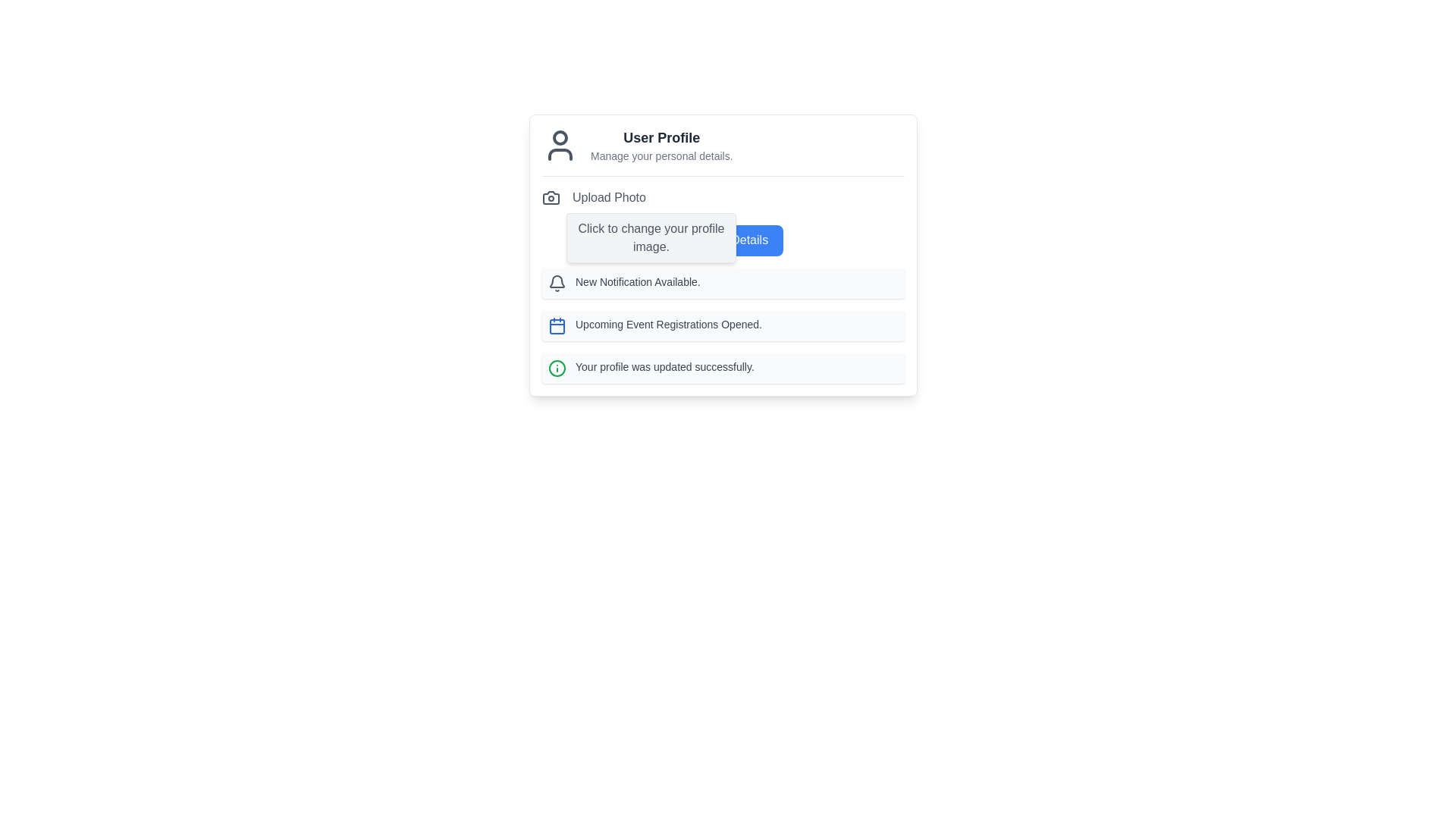 The width and height of the screenshot is (1456, 819). What do you see at coordinates (550, 197) in the screenshot?
I see `the camera icon located in the 'Upload Photo' section` at bounding box center [550, 197].